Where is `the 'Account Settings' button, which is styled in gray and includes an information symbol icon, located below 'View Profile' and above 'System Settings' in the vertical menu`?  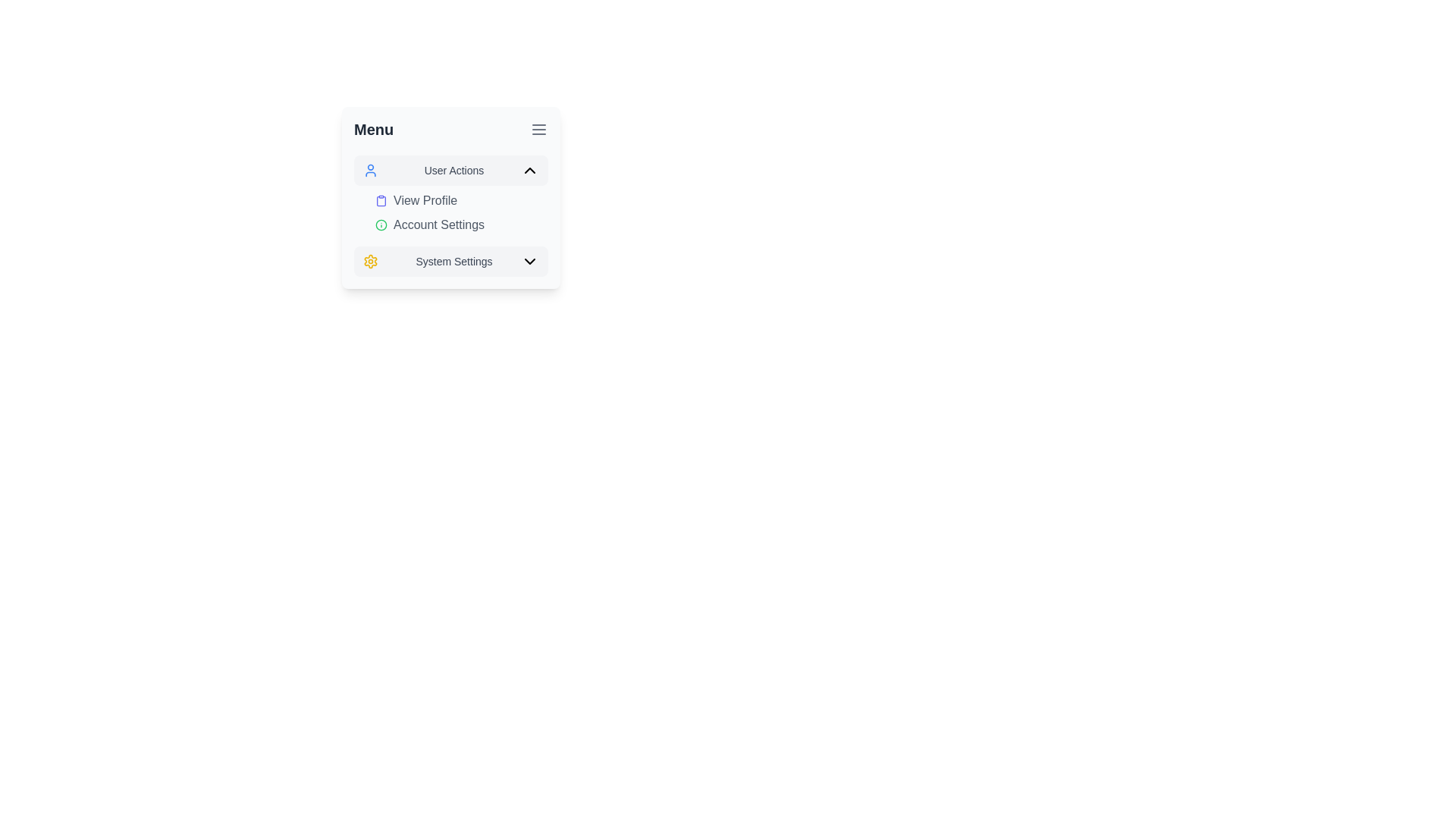
the 'Account Settings' button, which is styled in gray and includes an information symbol icon, located below 'View Profile' and above 'System Settings' in the vertical menu is located at coordinates (461, 225).